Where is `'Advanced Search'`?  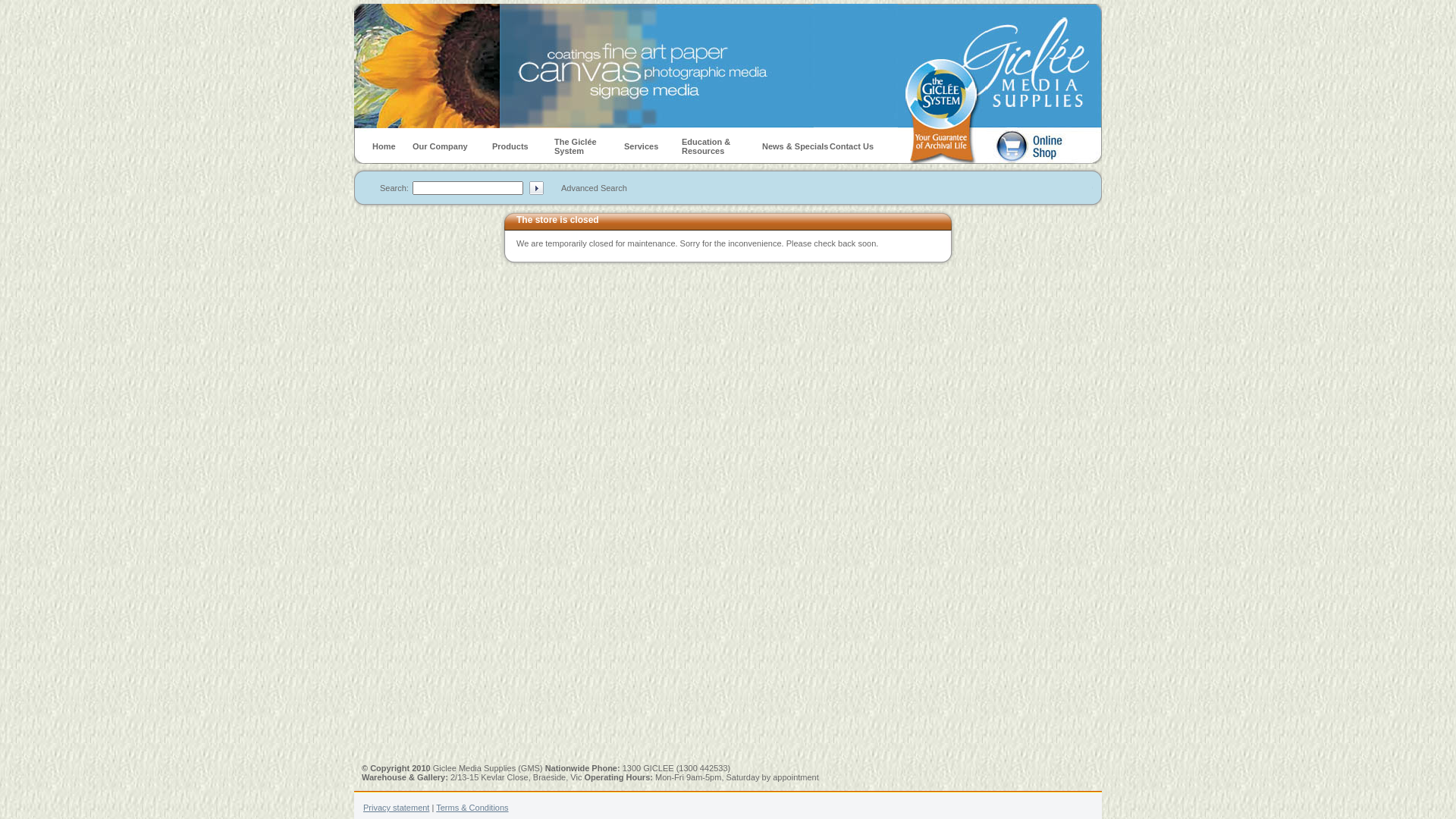 'Advanced Search' is located at coordinates (560, 187).